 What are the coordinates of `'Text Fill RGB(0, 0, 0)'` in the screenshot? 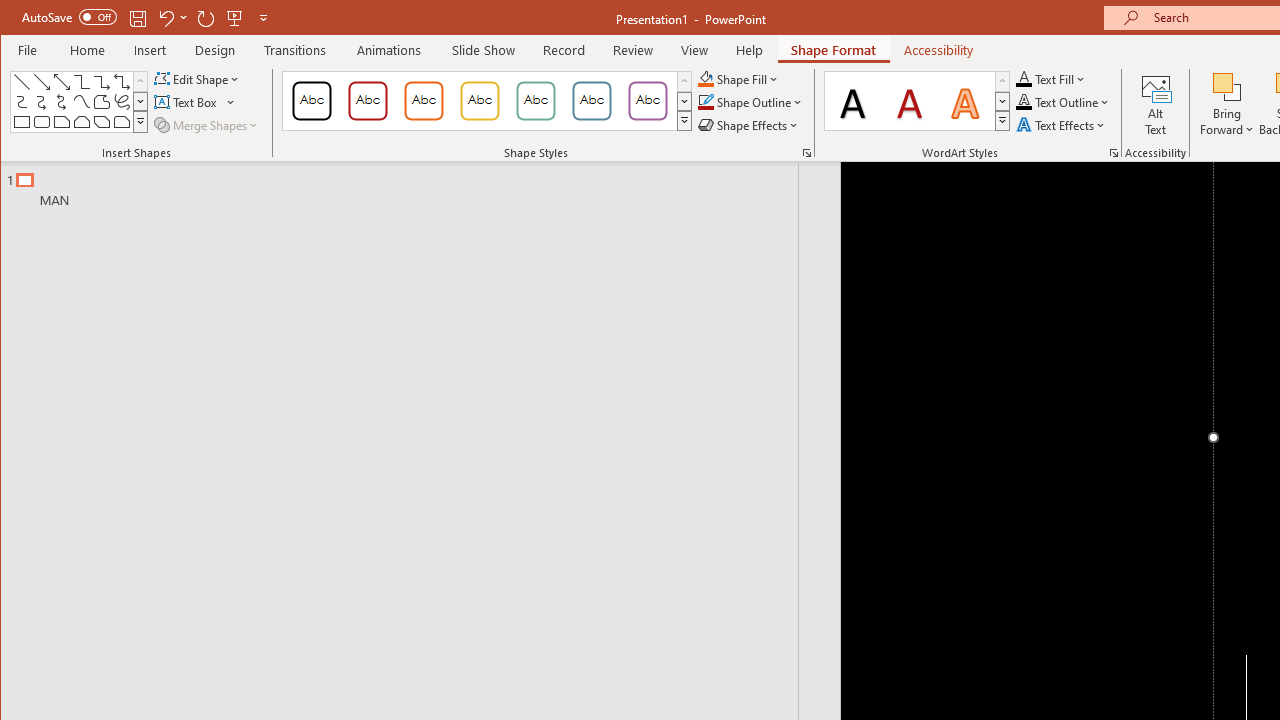 It's located at (1024, 78).